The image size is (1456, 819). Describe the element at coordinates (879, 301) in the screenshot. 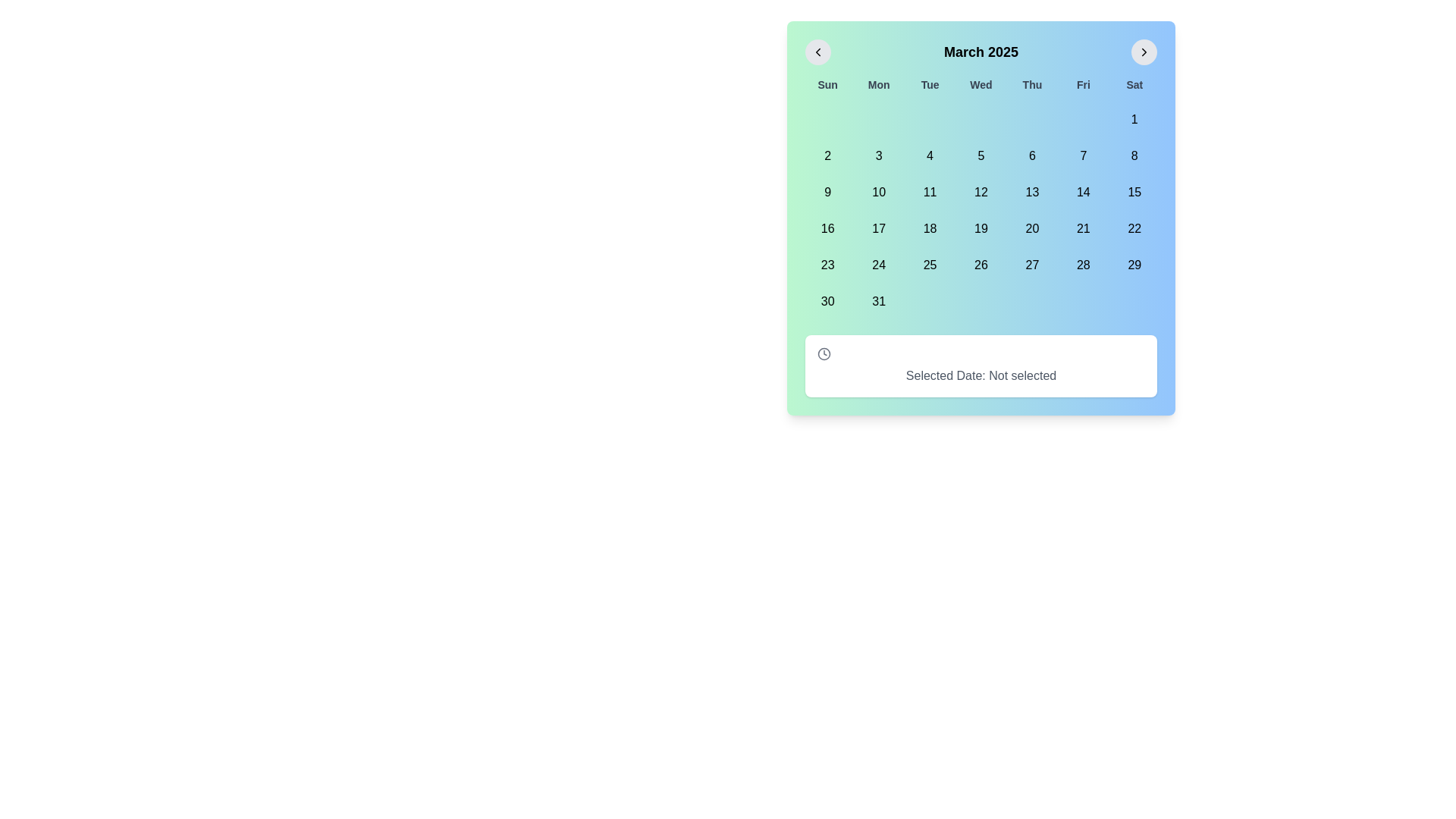

I see `the selectable date button-like calendar cell representing the date '31'` at that location.